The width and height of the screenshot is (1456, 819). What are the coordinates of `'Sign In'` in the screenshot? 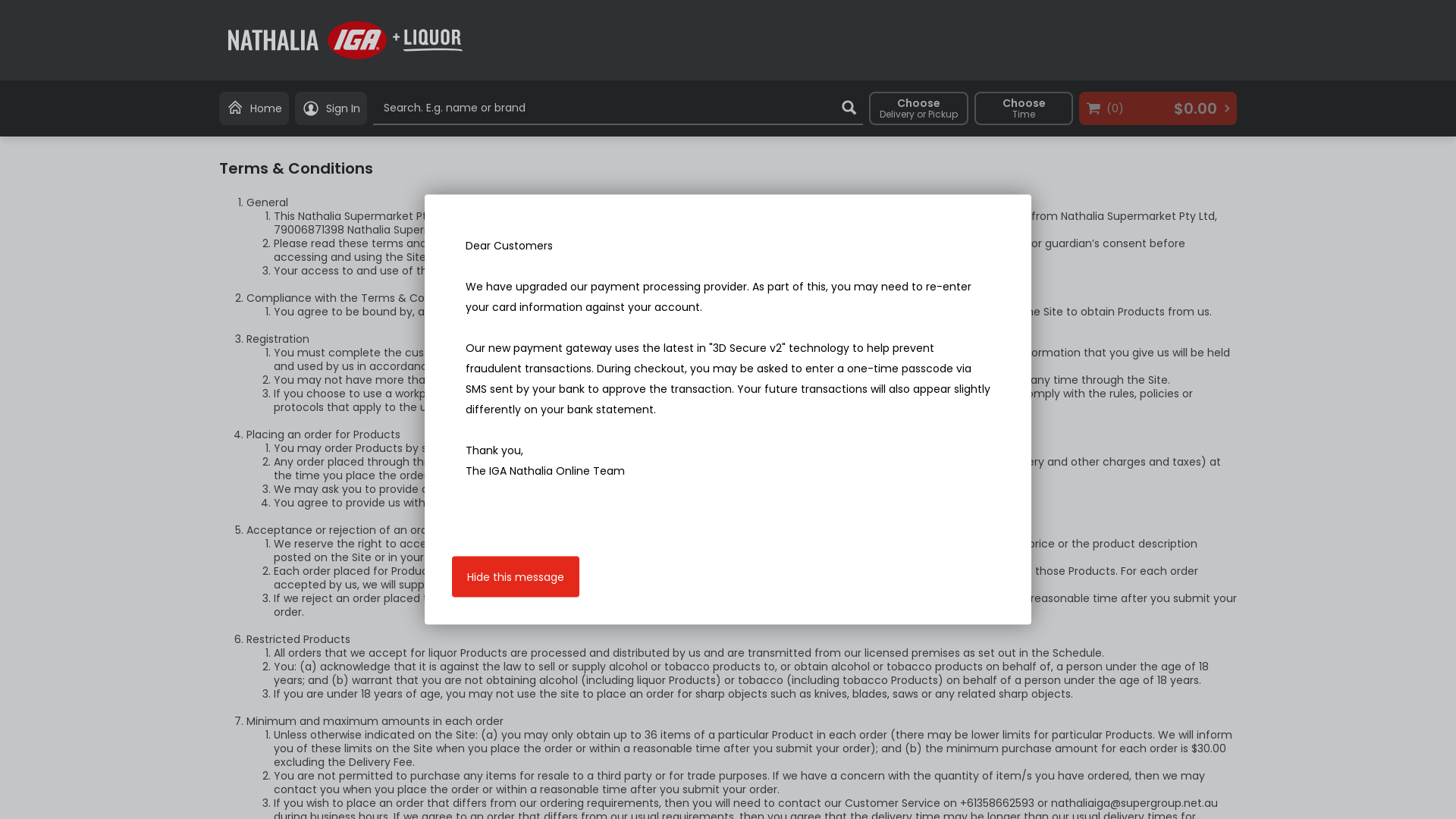 It's located at (294, 107).